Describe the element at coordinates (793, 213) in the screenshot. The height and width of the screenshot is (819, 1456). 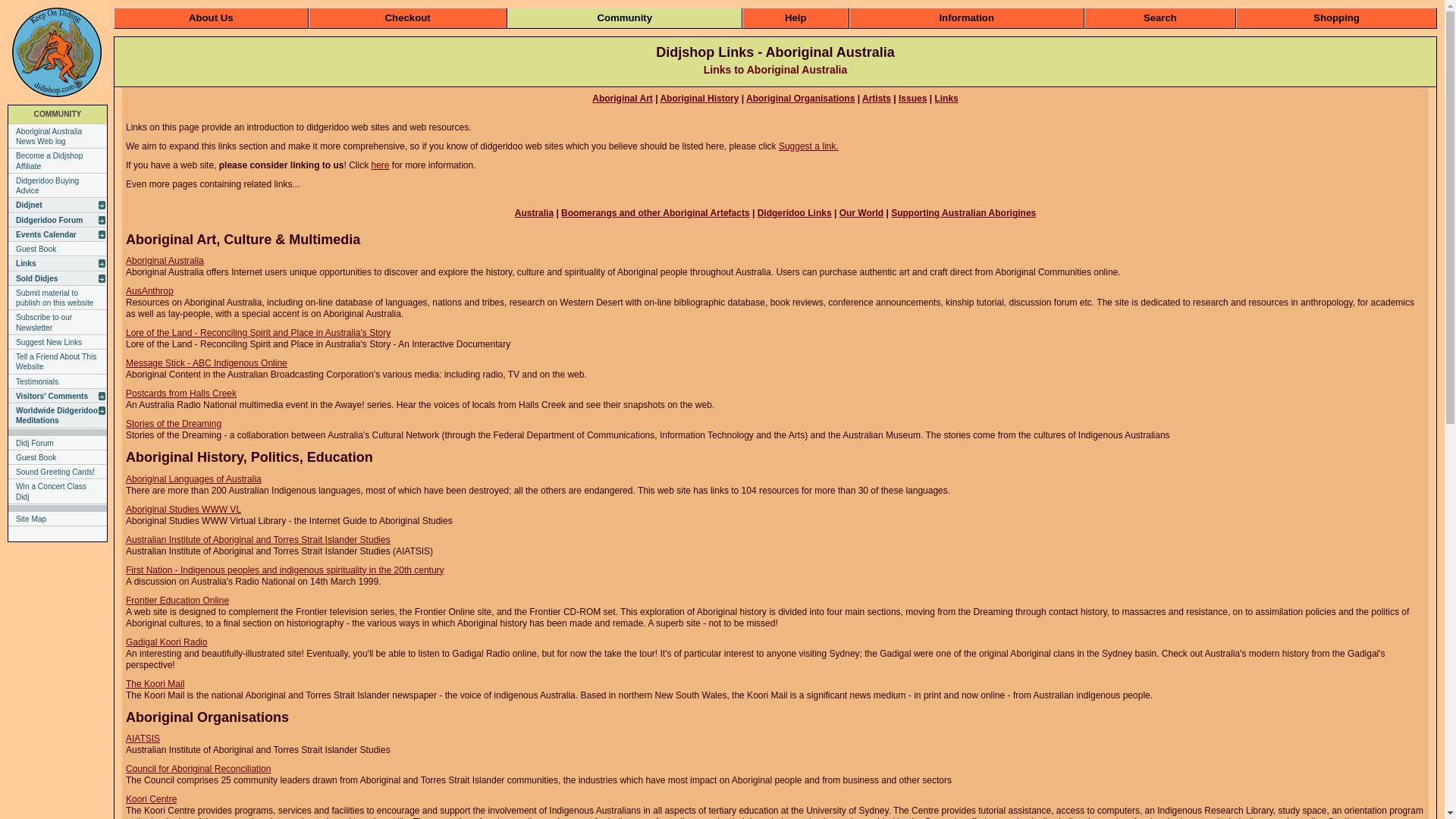
I see `'Didgeridoo Links'` at that location.